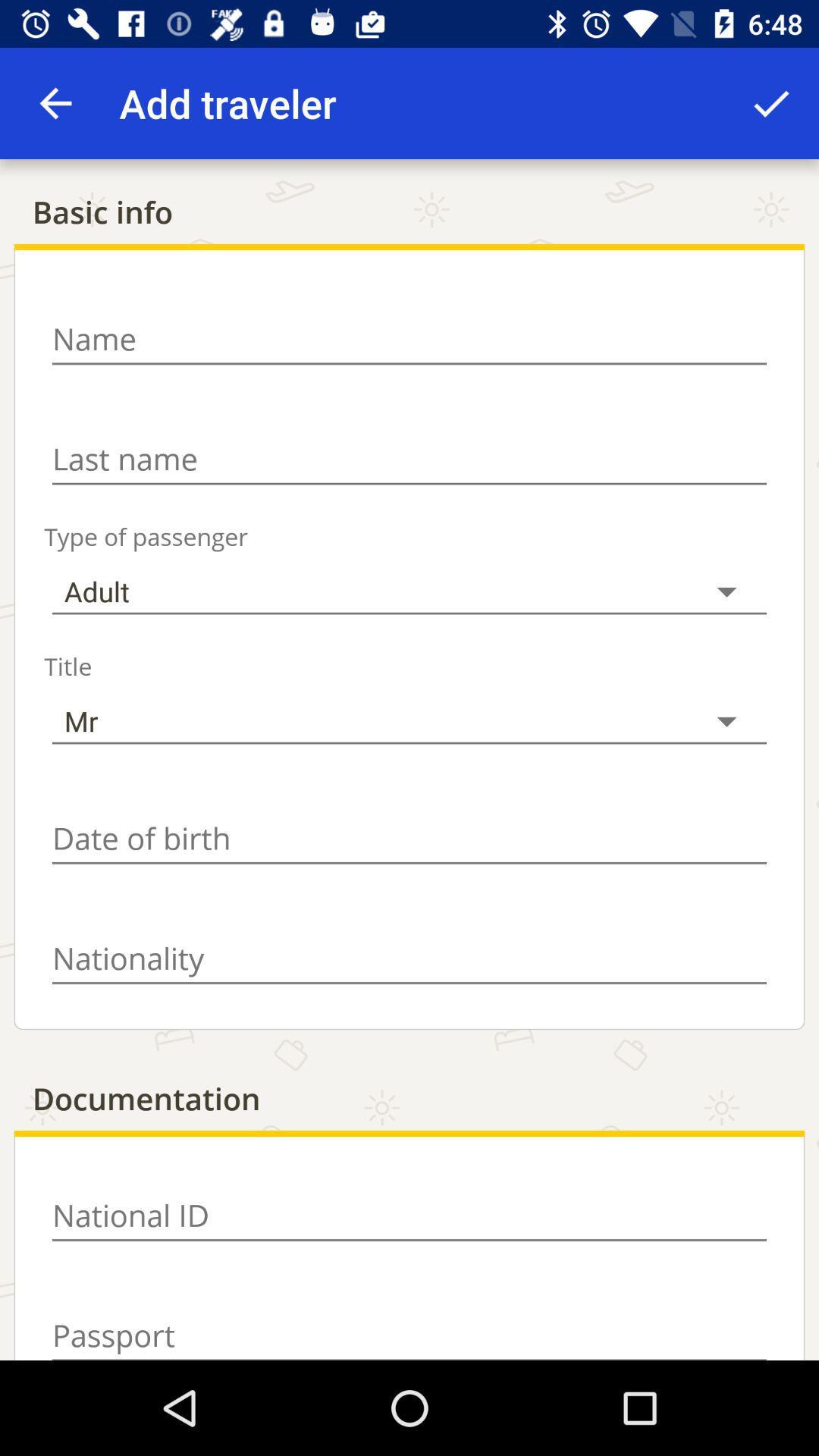 The height and width of the screenshot is (1456, 819). What do you see at coordinates (55, 102) in the screenshot?
I see `app next to add traveler` at bounding box center [55, 102].